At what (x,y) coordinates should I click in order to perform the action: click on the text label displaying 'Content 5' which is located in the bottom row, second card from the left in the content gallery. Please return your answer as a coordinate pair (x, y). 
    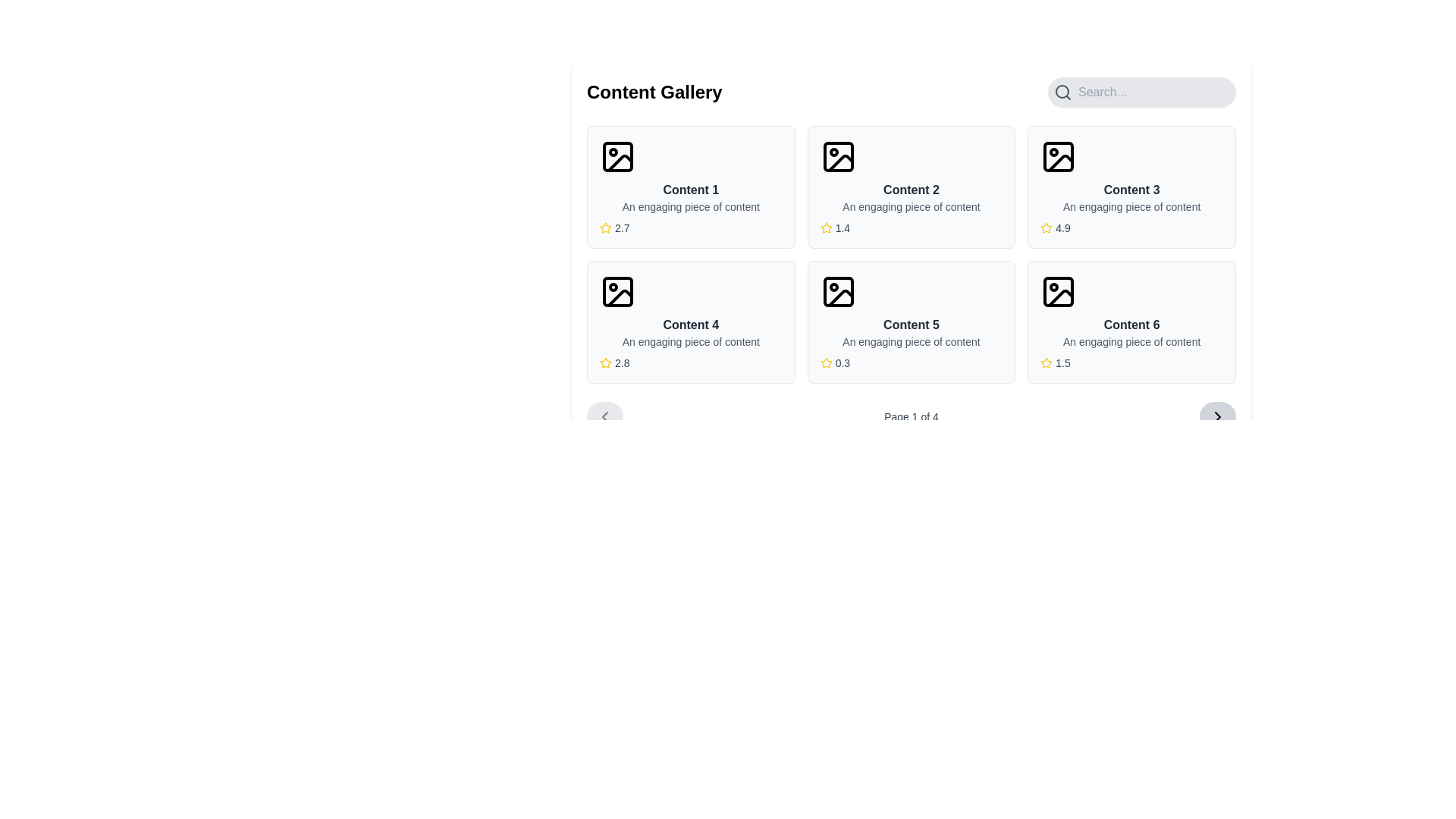
    Looking at the image, I should click on (910, 324).